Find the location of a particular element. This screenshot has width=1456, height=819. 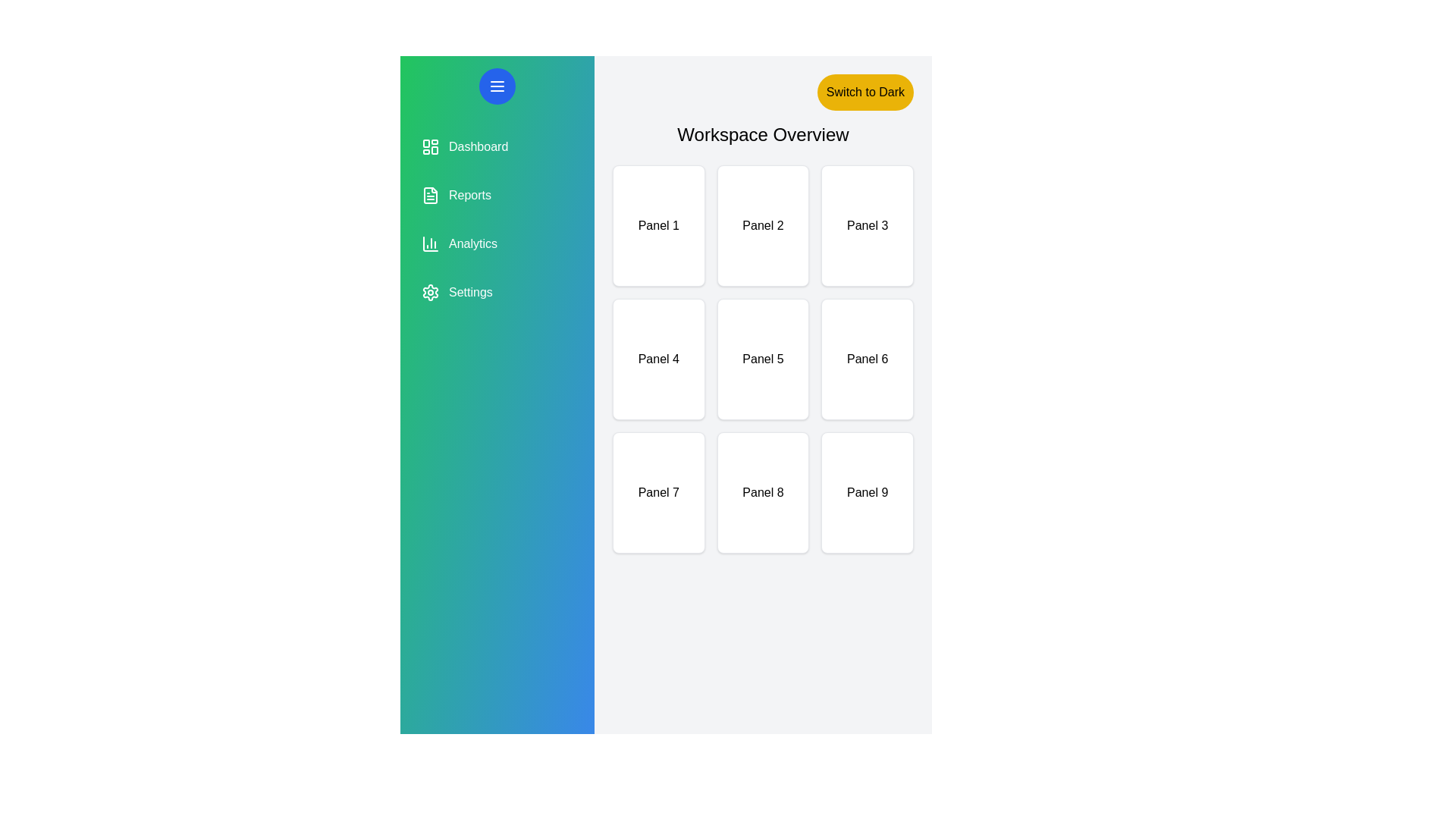

the 'Switch to Dark' button to toggle the theme is located at coordinates (865, 93).